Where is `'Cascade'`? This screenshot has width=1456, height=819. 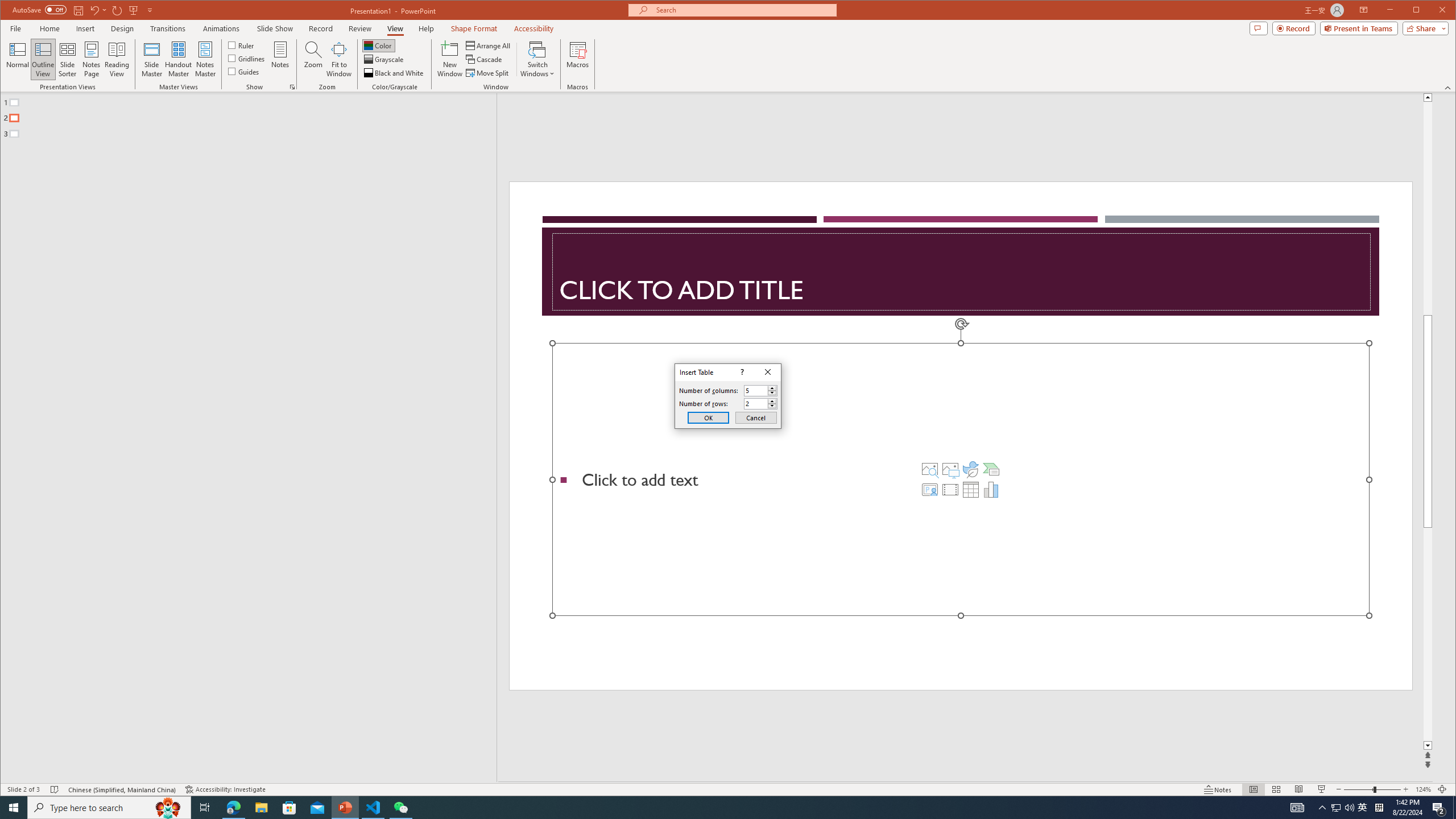 'Cascade' is located at coordinates (484, 59).